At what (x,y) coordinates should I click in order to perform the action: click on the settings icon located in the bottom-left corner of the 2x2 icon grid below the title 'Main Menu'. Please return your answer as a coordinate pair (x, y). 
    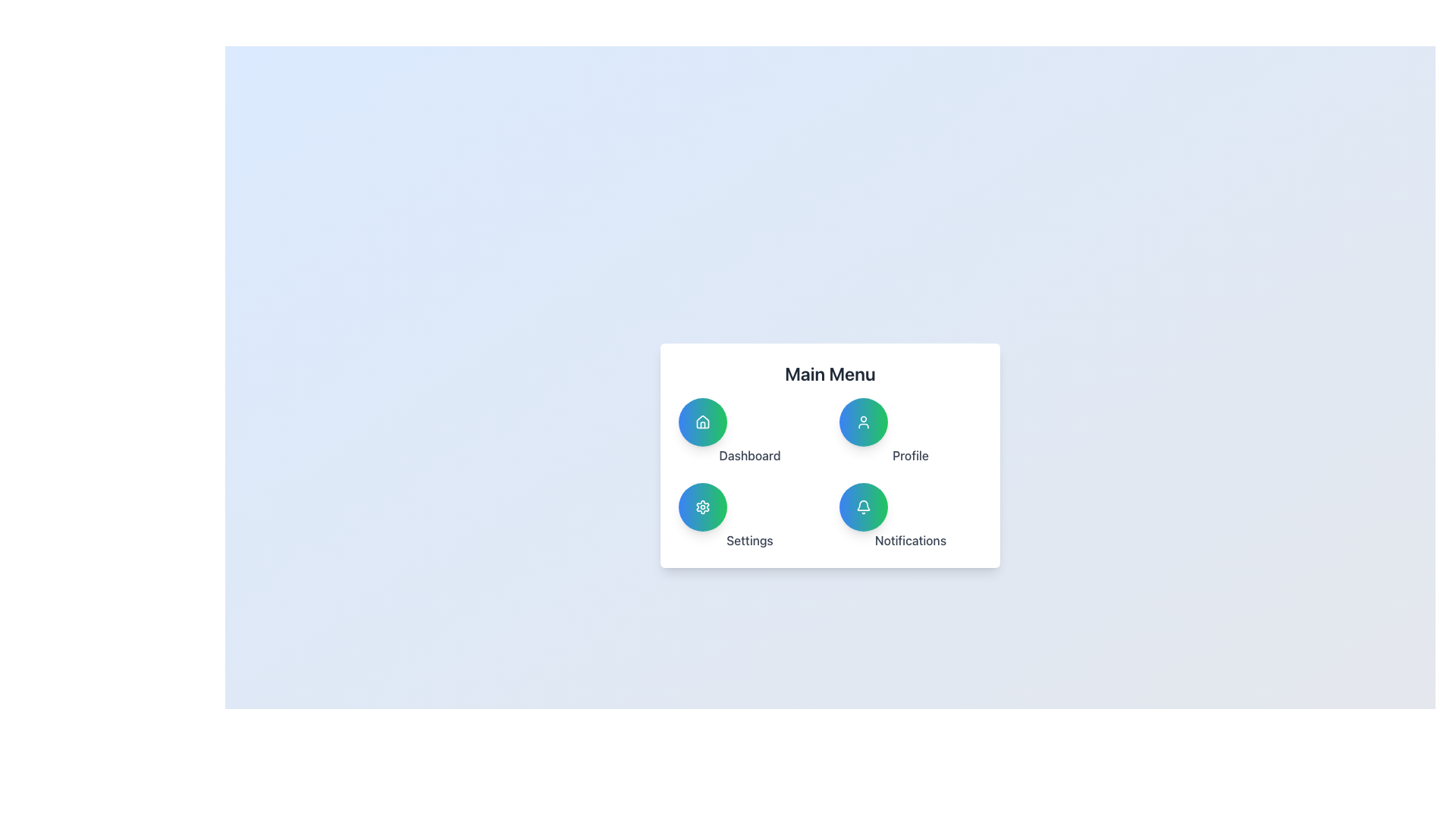
    Looking at the image, I should click on (701, 507).